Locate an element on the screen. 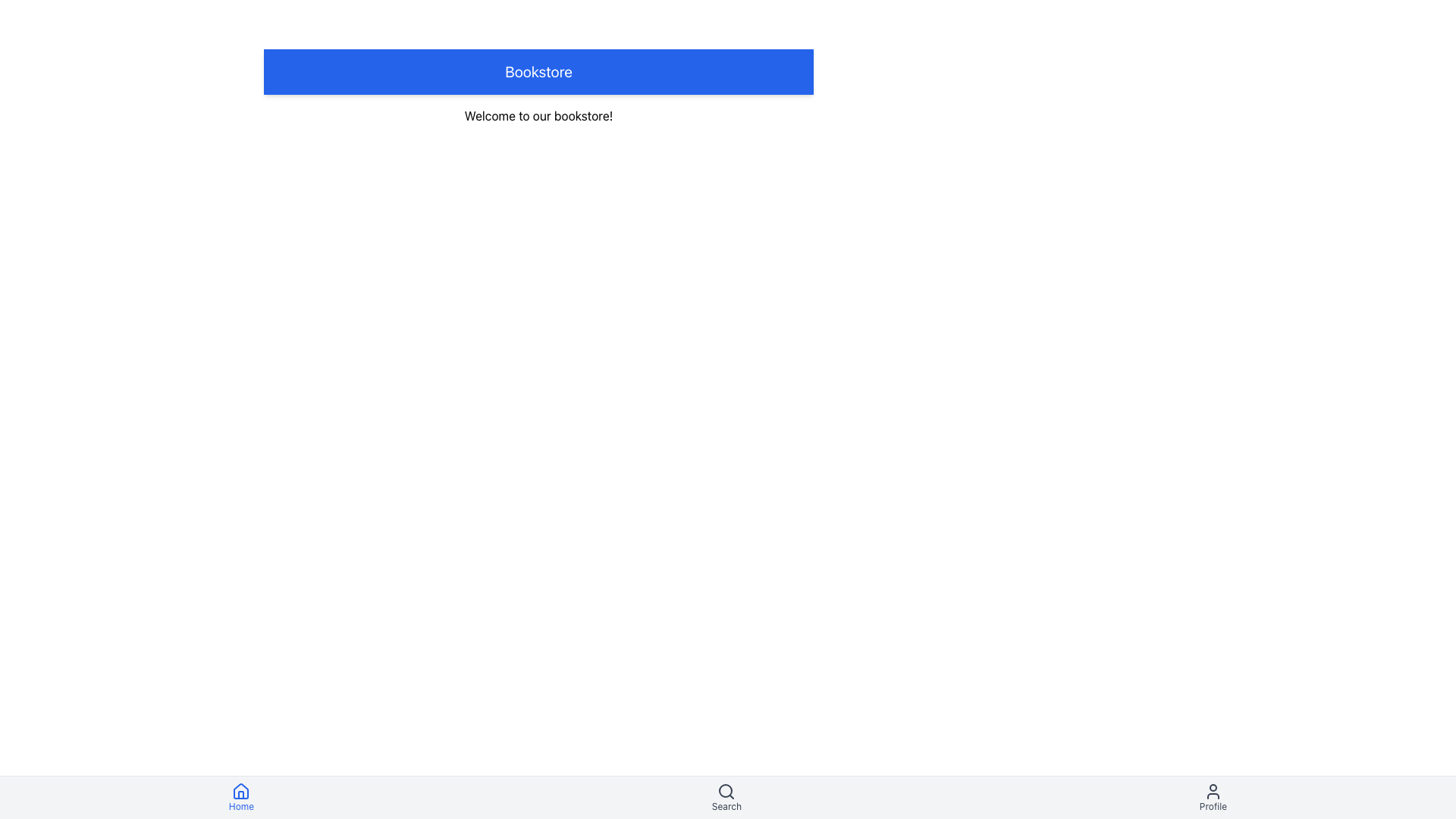  the 'Home' icon located in the bottom navigation bar to receive visual feedback is located at coordinates (240, 790).